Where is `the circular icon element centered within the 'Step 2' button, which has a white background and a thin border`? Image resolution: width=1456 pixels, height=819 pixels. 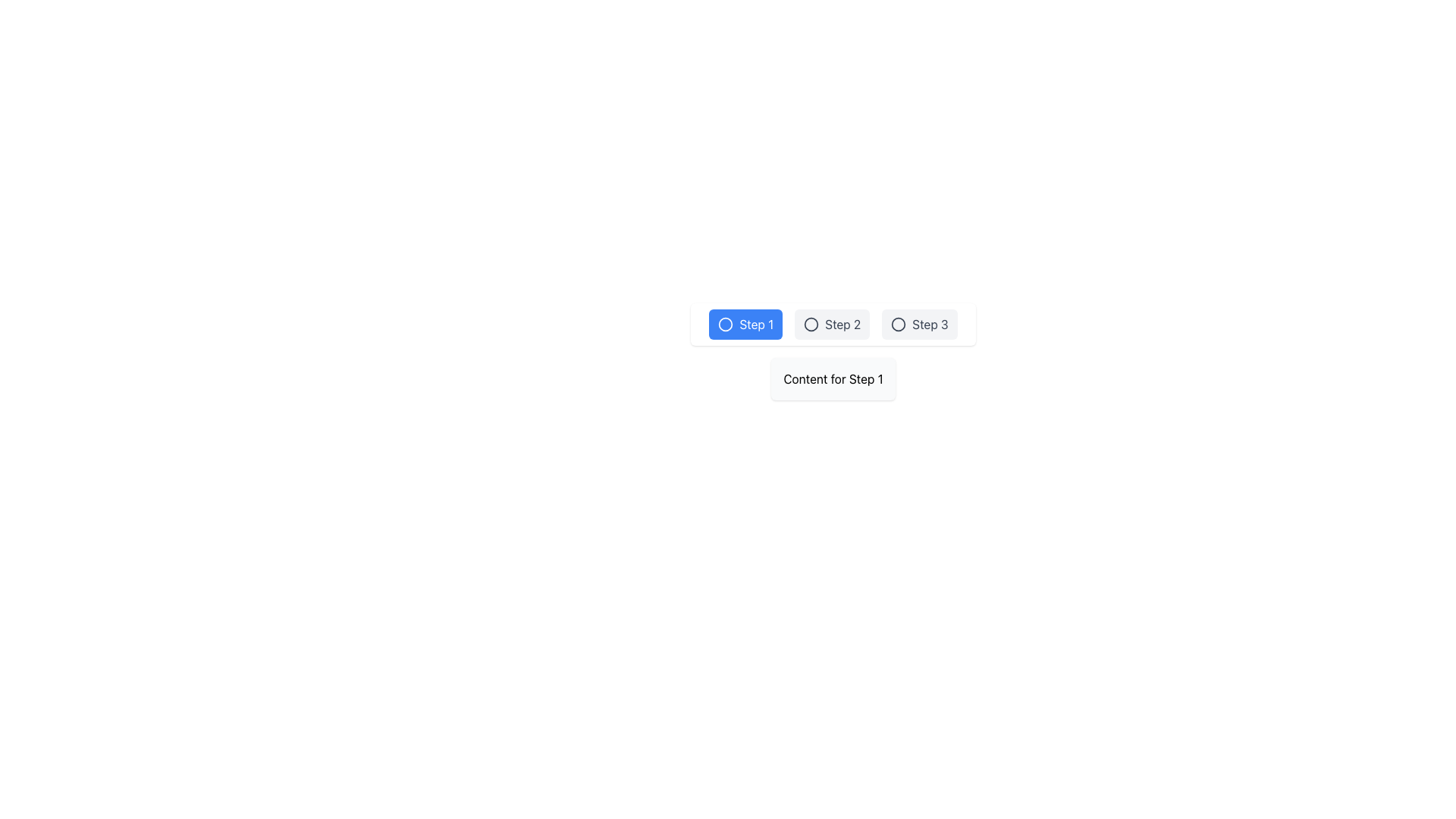 the circular icon element centered within the 'Step 2' button, which has a white background and a thin border is located at coordinates (811, 324).